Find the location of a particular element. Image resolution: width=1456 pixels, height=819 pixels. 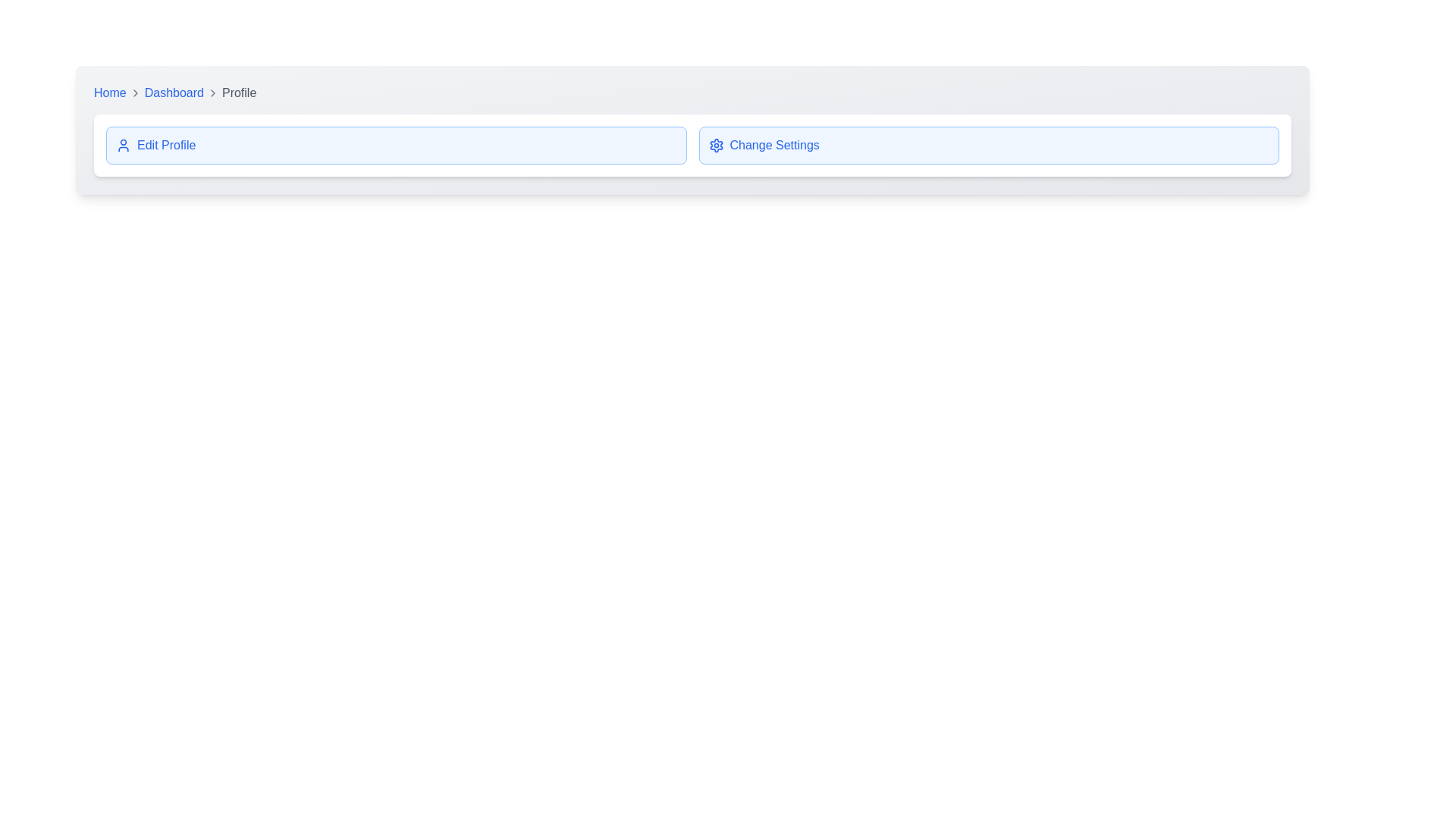

the first link in the breadcrumb navigation bar is located at coordinates (109, 93).